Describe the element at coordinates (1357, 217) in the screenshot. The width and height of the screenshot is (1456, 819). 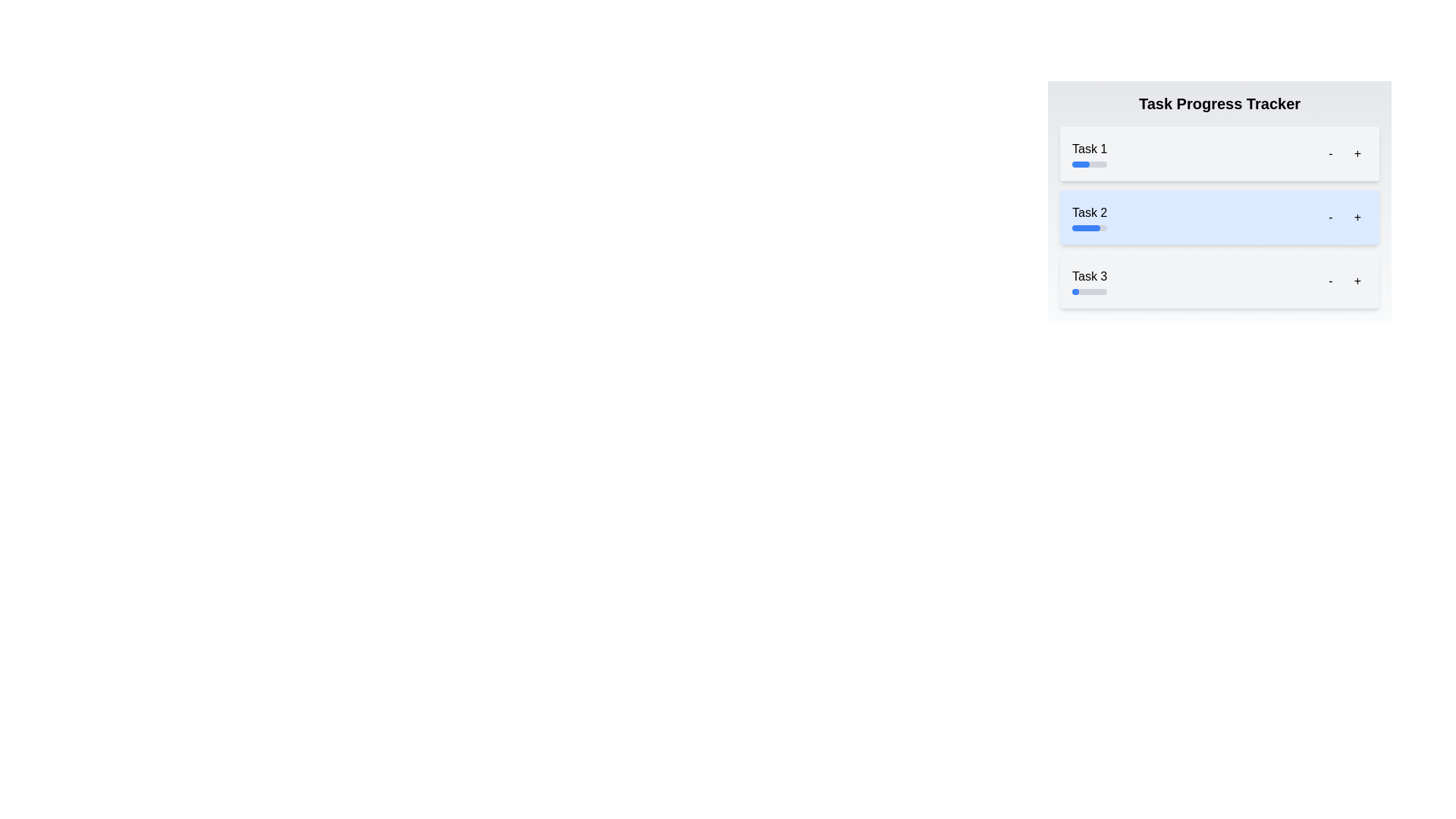
I see `the Task 2 progress adjustment button (increment)` at that location.